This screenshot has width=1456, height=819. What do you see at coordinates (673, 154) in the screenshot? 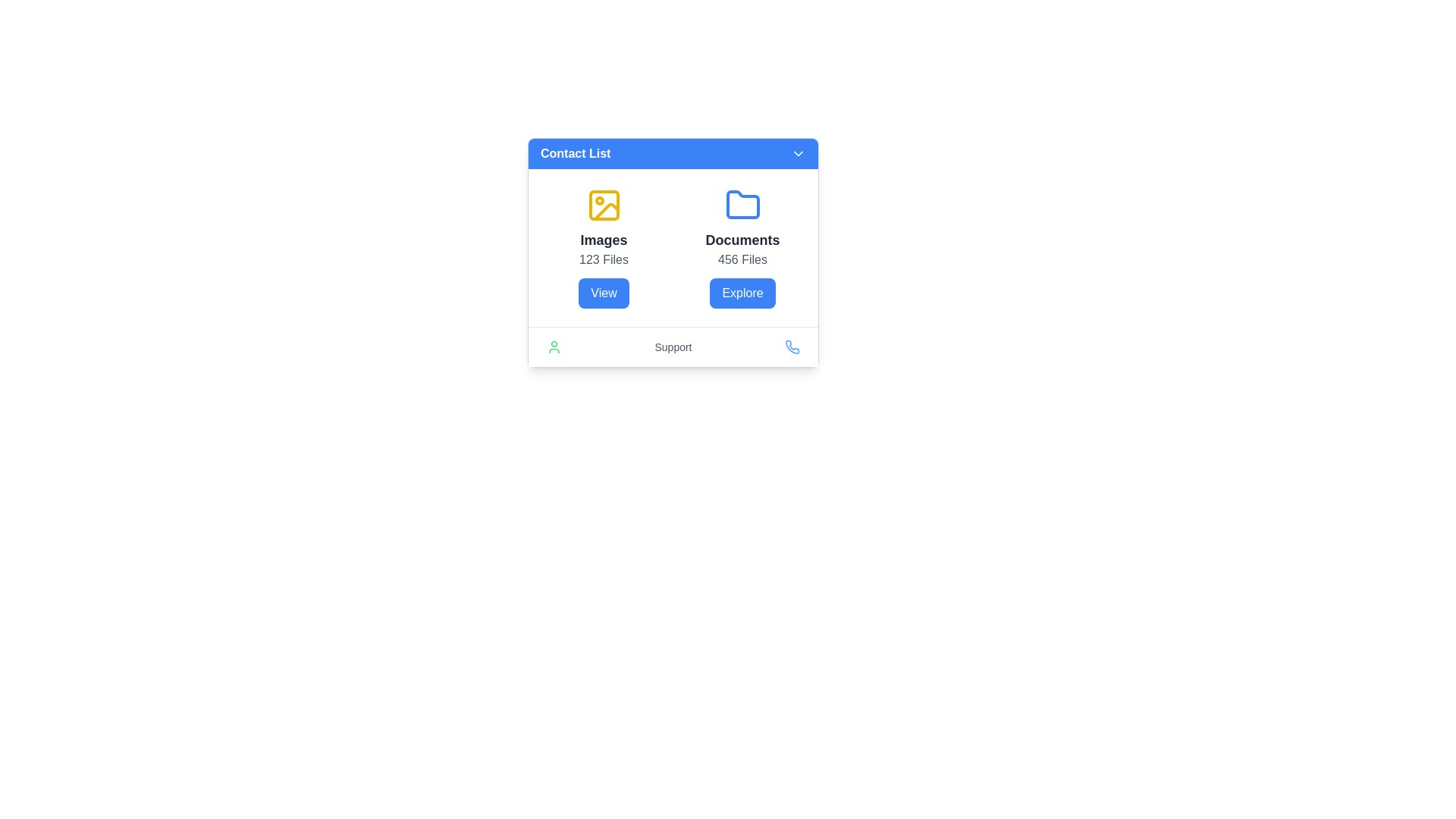
I see `the dropdown toggle button at the top of the contact list section` at bounding box center [673, 154].